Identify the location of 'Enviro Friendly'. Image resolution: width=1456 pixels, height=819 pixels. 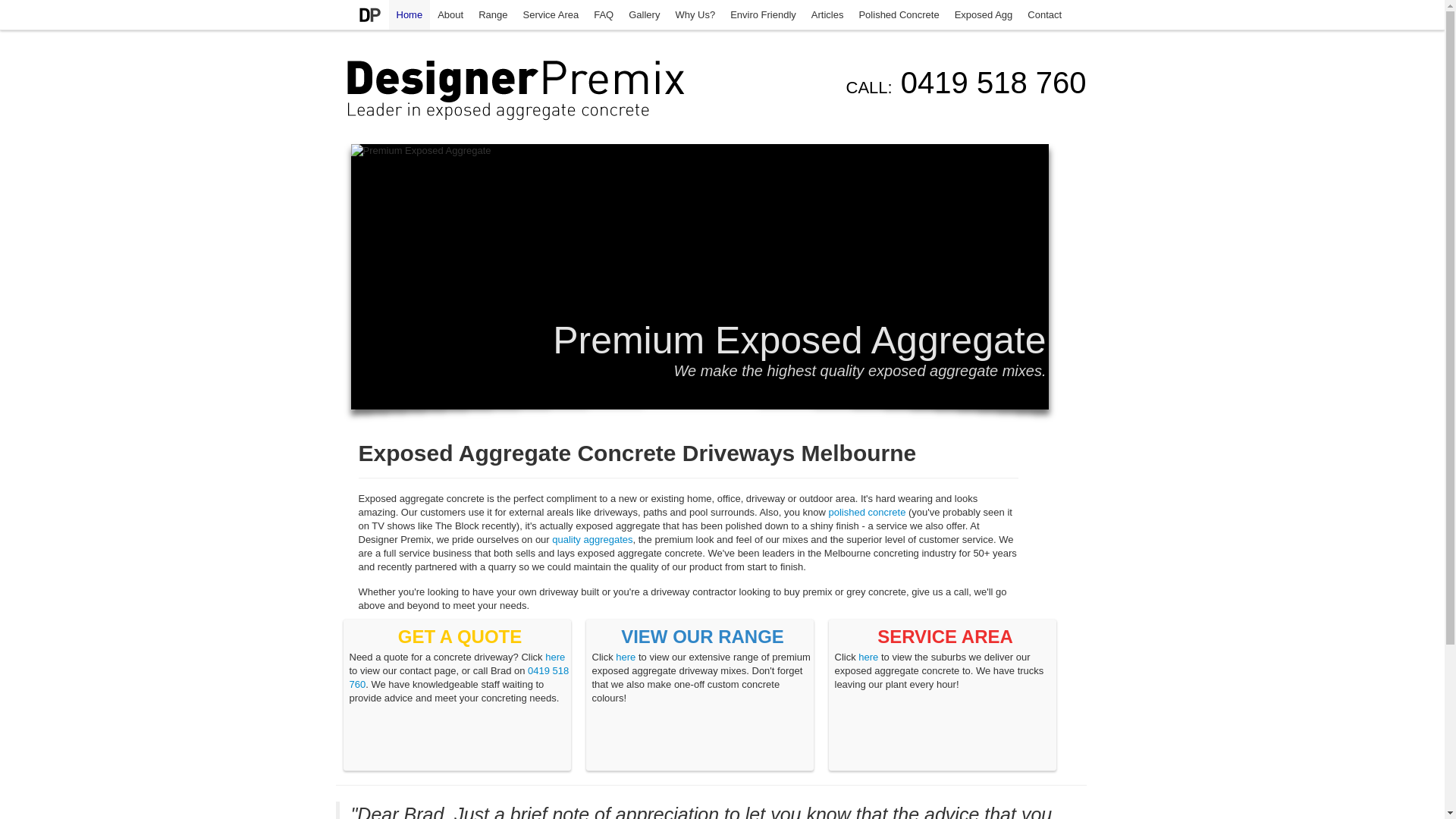
(763, 14).